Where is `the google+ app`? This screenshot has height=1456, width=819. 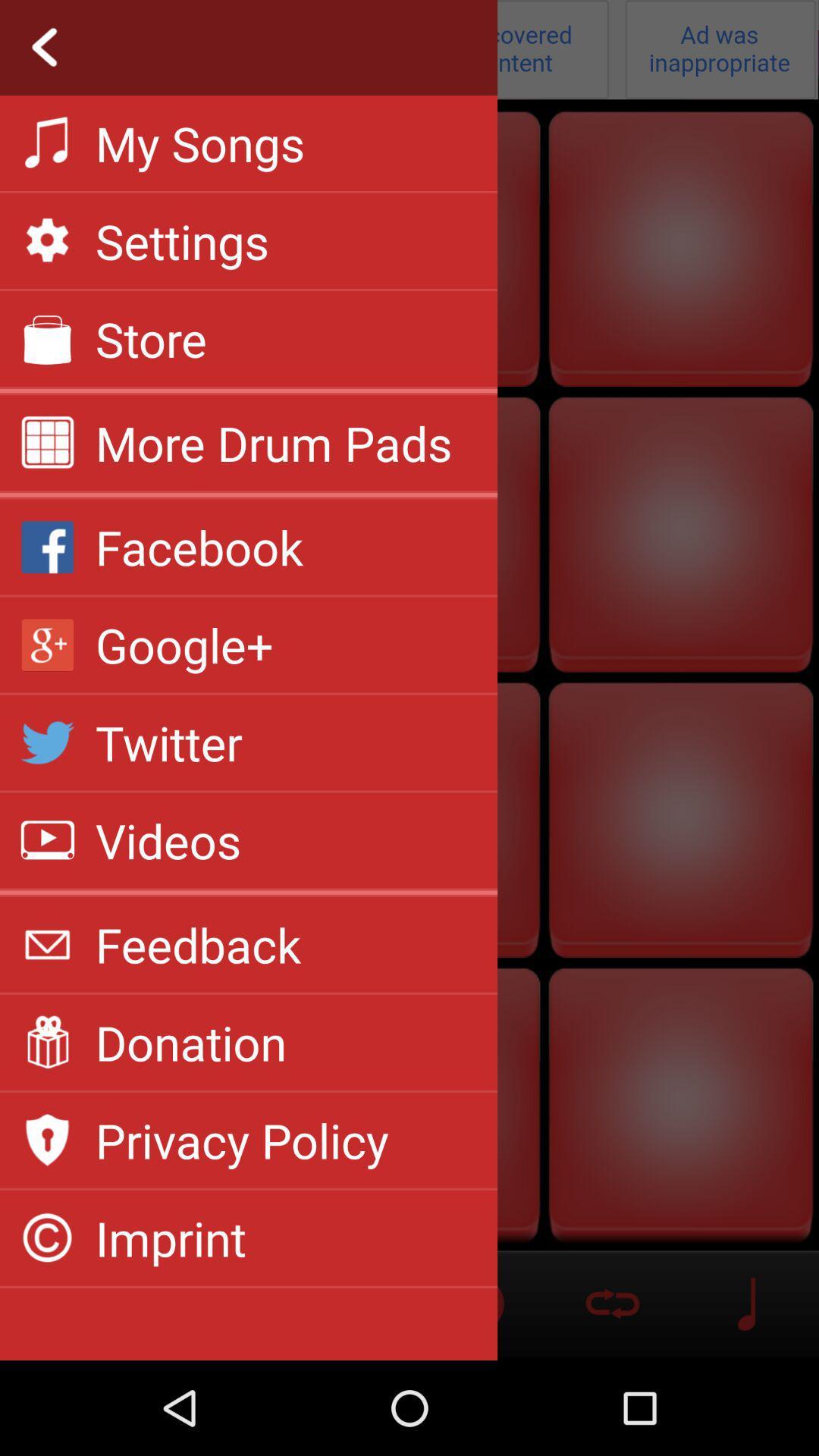
the google+ app is located at coordinates (184, 645).